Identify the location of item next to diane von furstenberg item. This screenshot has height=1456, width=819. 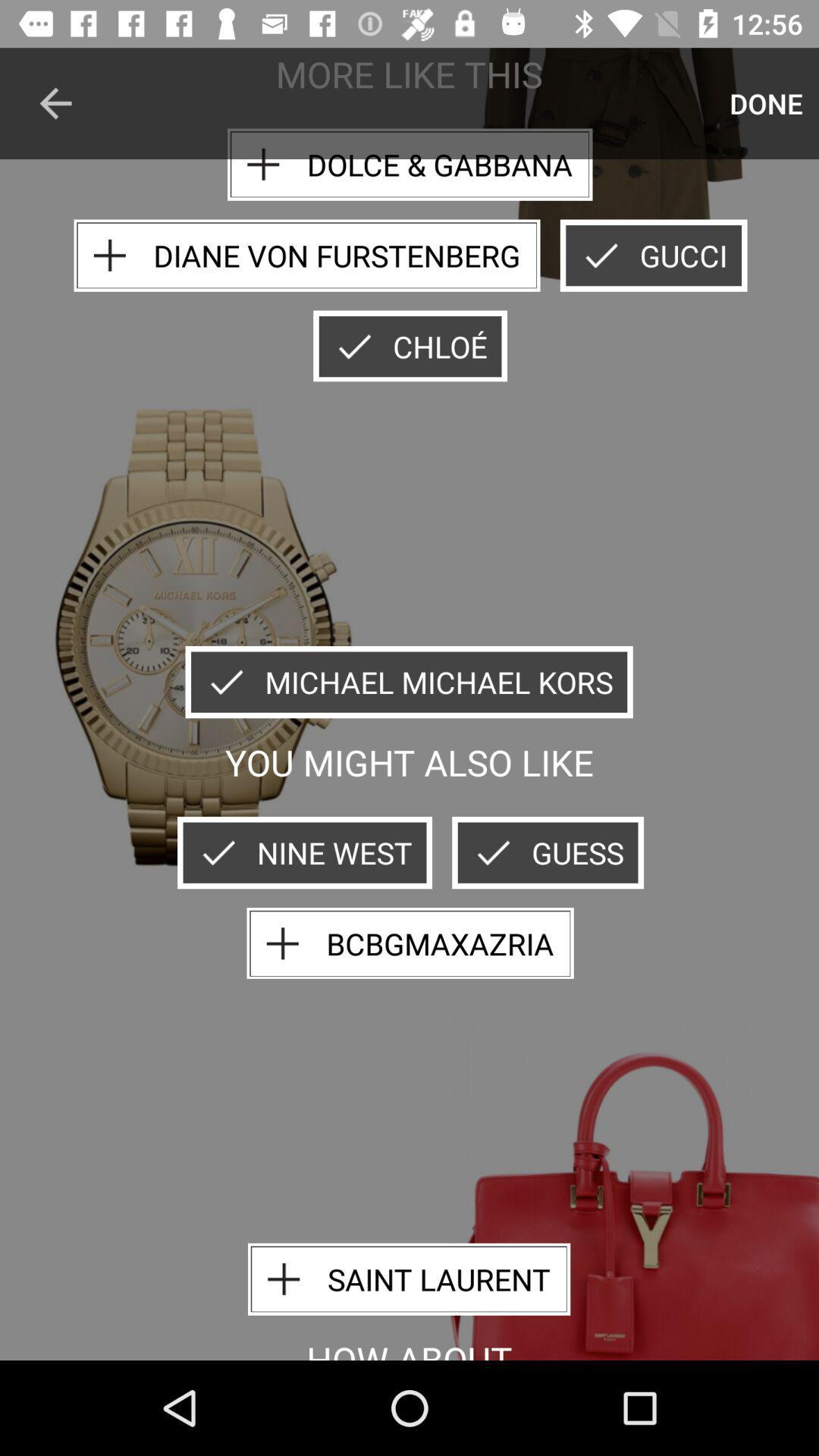
(653, 256).